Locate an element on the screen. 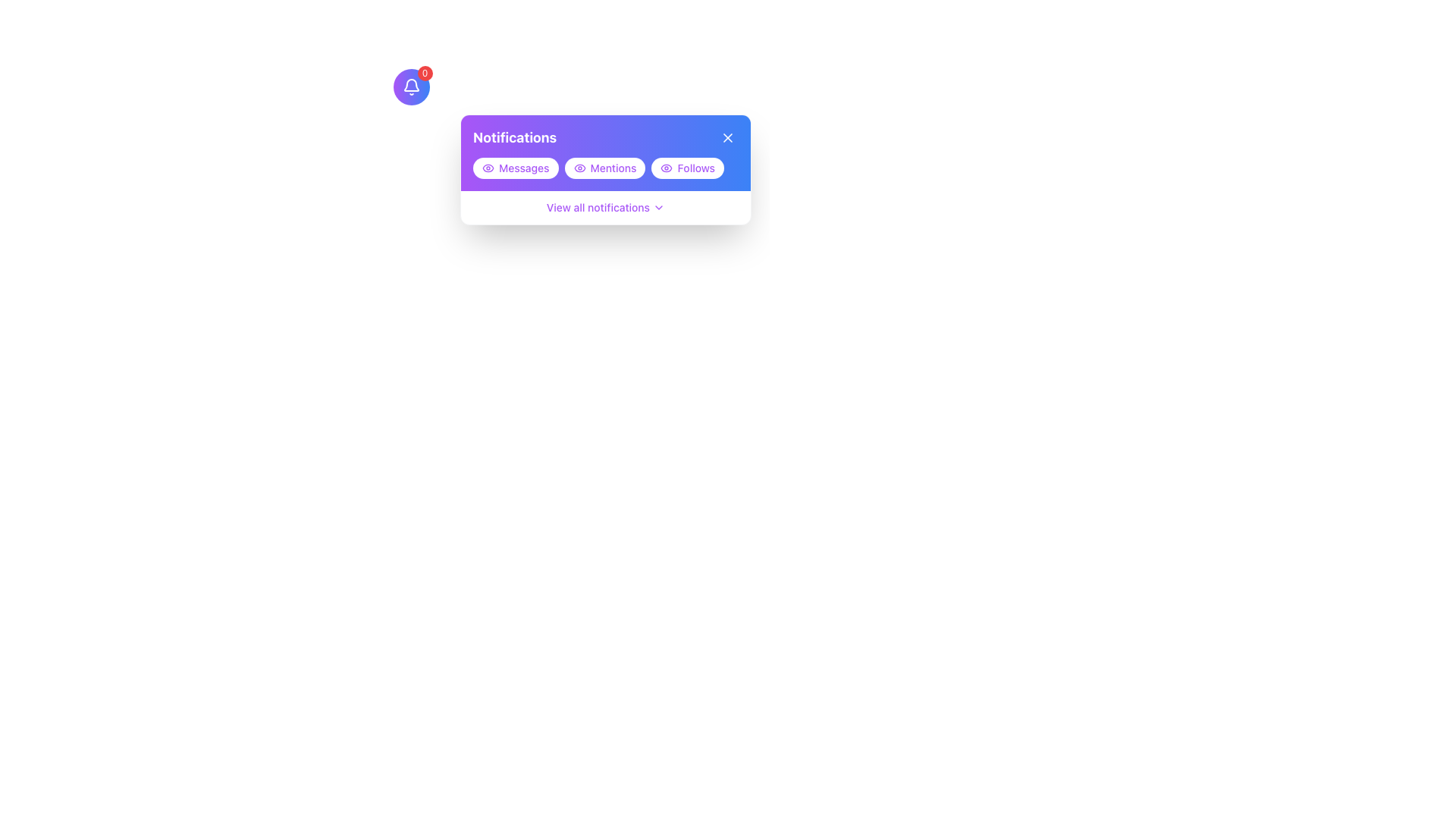  the 'Messages' button in the notifications panel to filter messages is located at coordinates (516, 168).